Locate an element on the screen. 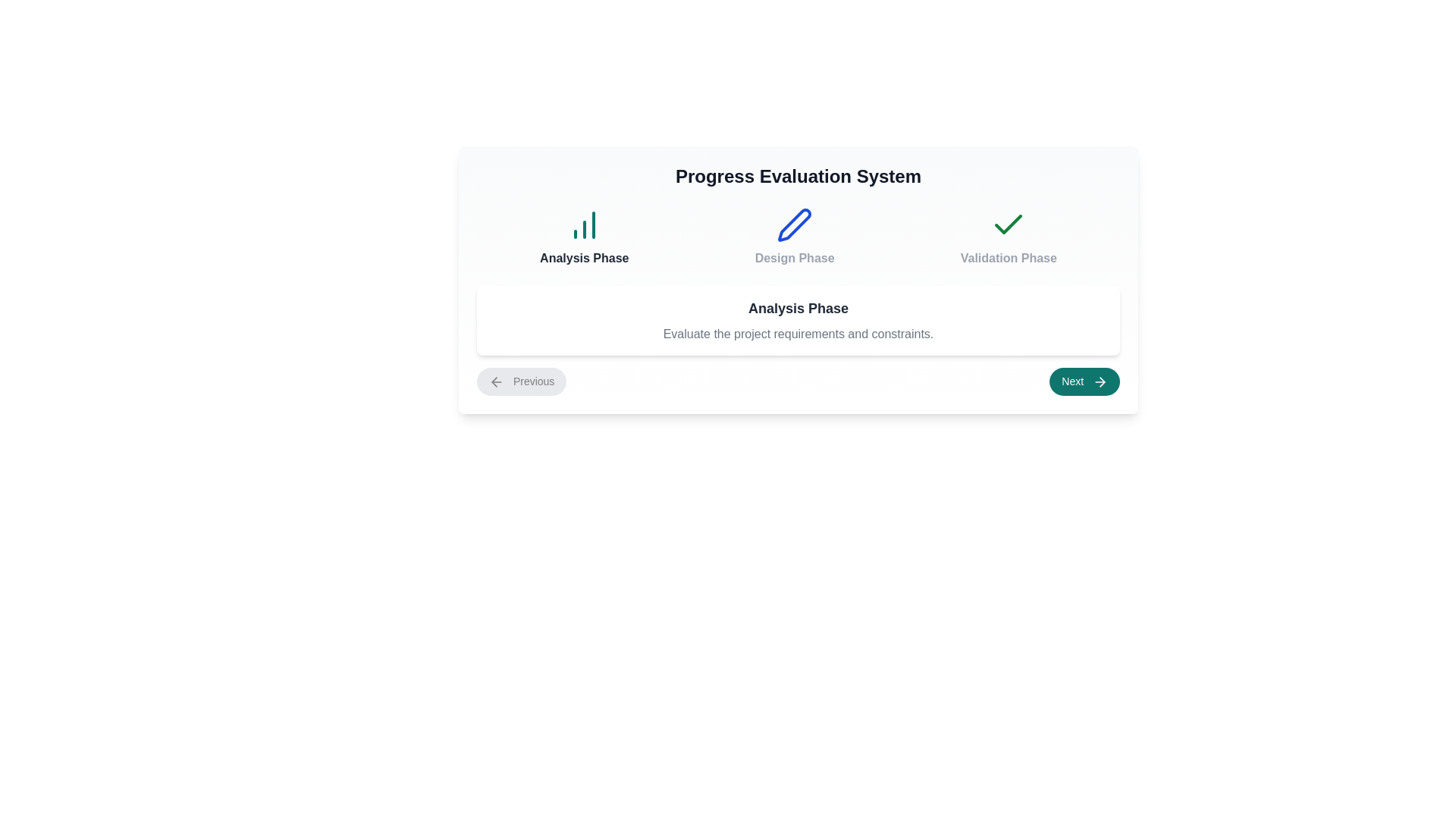 The width and height of the screenshot is (1456, 819). the Design Phase phase icon to view its details is located at coordinates (793, 237).